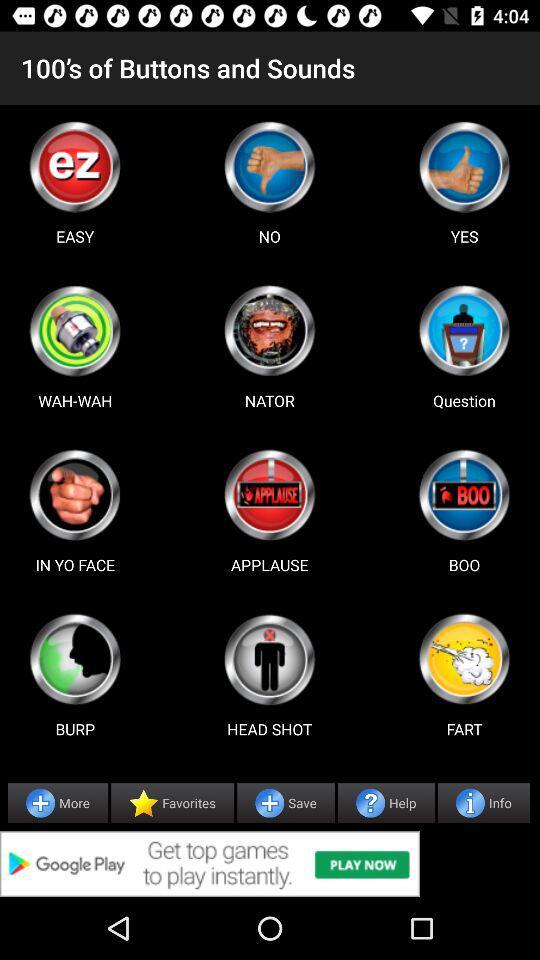  Describe the element at coordinates (74, 494) in the screenshot. I see `tag option` at that location.